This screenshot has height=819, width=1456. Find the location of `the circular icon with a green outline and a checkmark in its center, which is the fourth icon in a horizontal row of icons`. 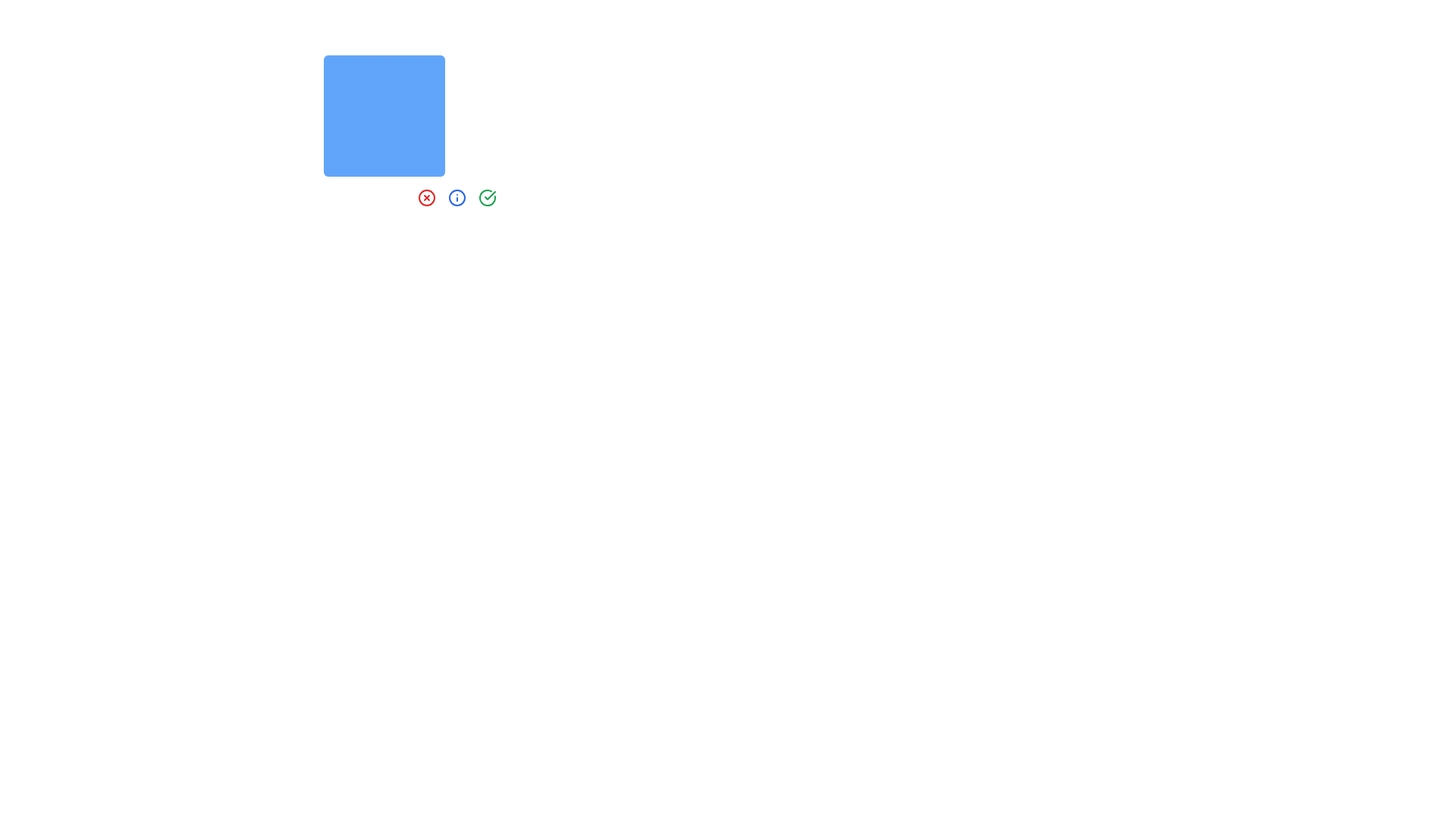

the circular icon with a green outline and a checkmark in its center, which is the fourth icon in a horizontal row of icons is located at coordinates (488, 197).